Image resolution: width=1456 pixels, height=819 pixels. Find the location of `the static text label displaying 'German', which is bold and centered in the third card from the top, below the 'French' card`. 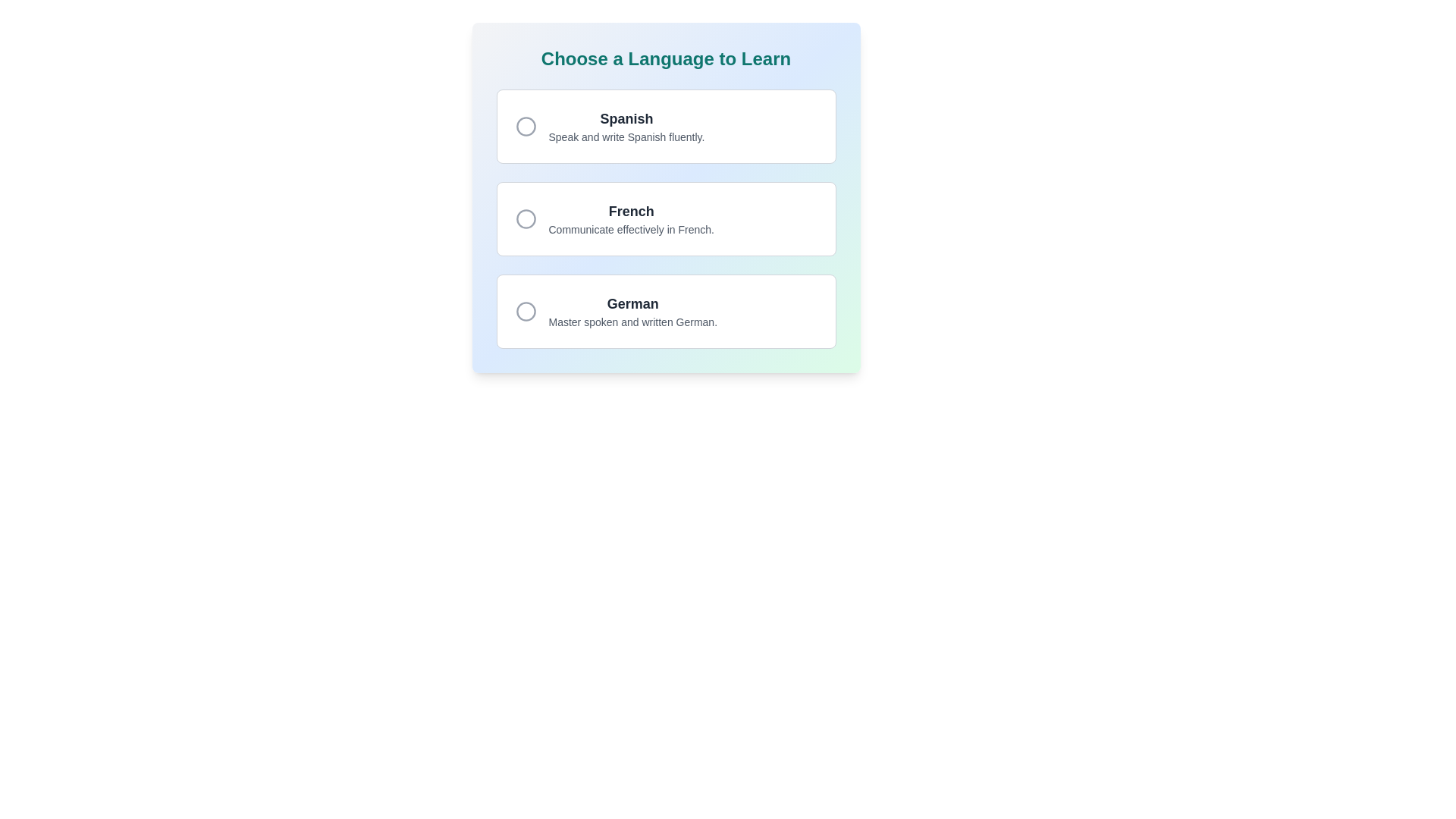

the static text label displaying 'German', which is bold and centered in the third card from the top, below the 'French' card is located at coordinates (632, 304).